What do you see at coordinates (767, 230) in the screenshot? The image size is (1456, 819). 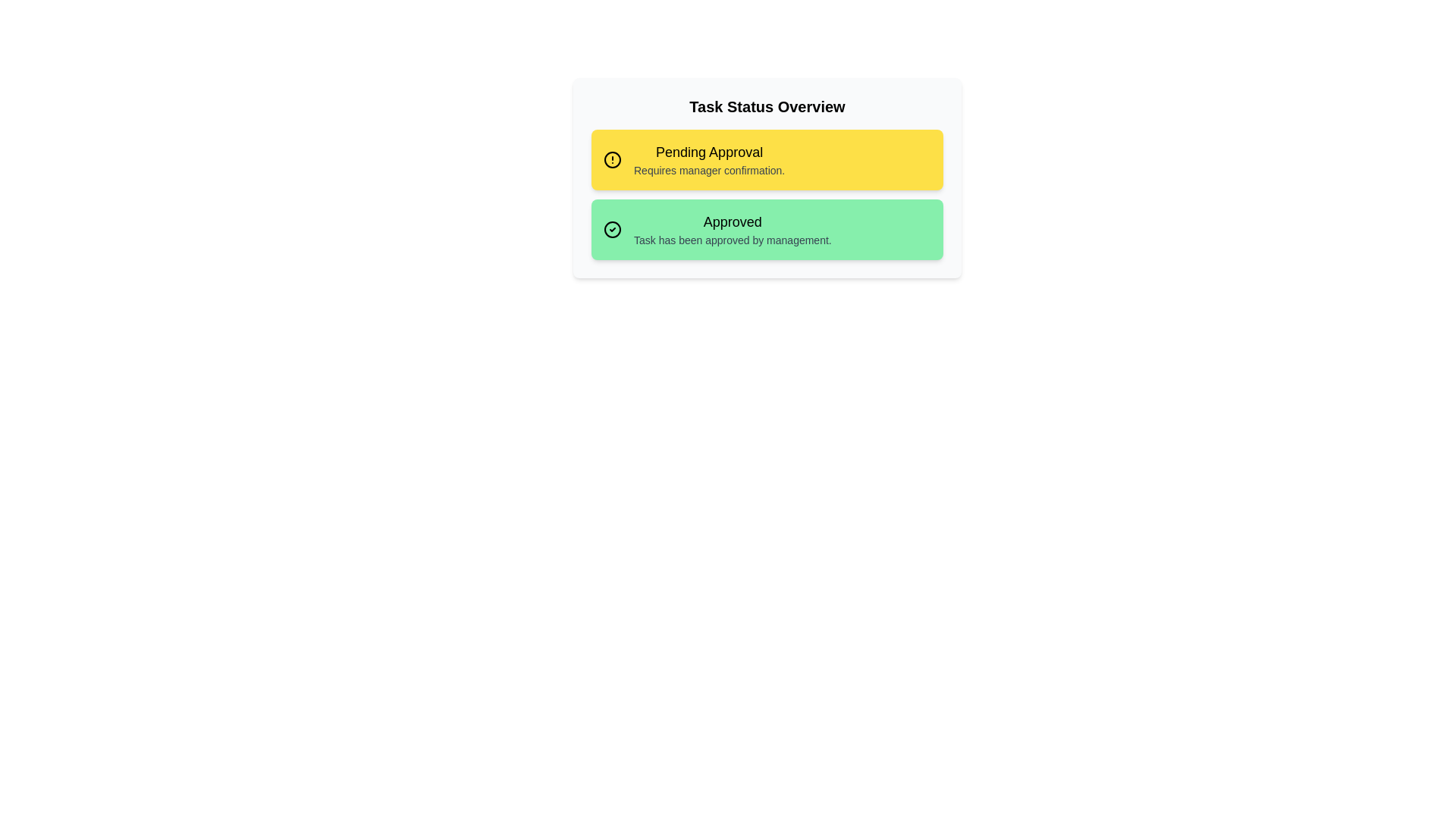 I see `the chip labeled 'Approved' to observe any hover effects` at bounding box center [767, 230].